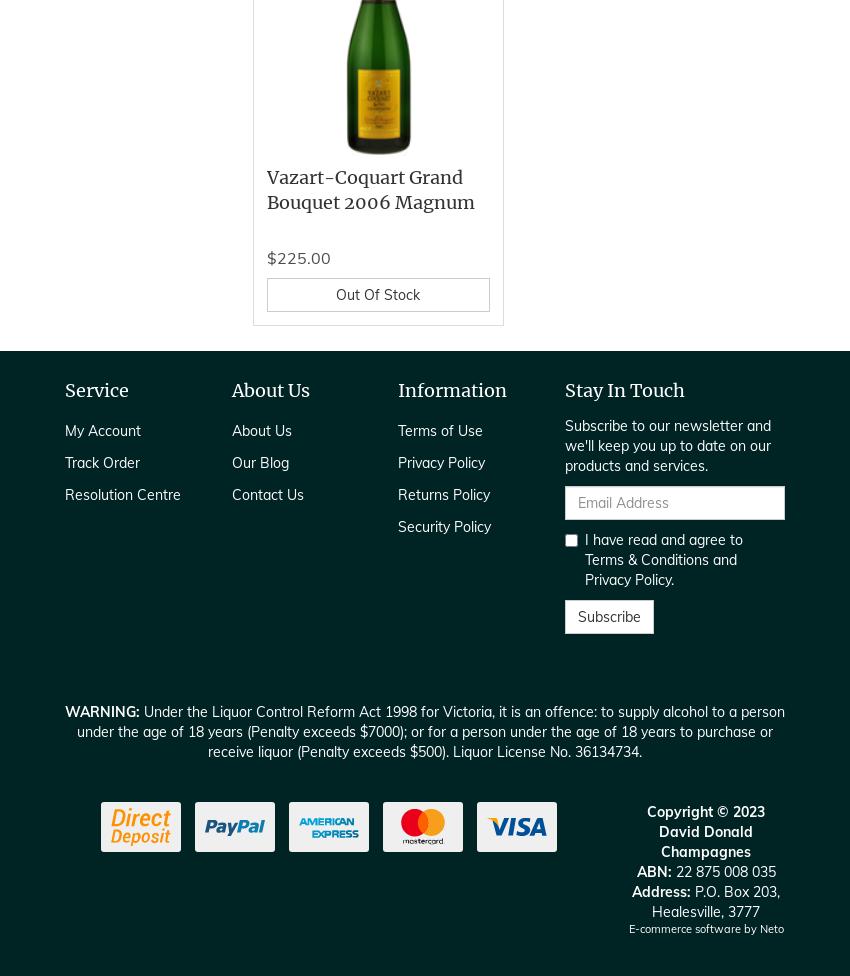  Describe the element at coordinates (101, 461) in the screenshot. I see `'Track Order'` at that location.